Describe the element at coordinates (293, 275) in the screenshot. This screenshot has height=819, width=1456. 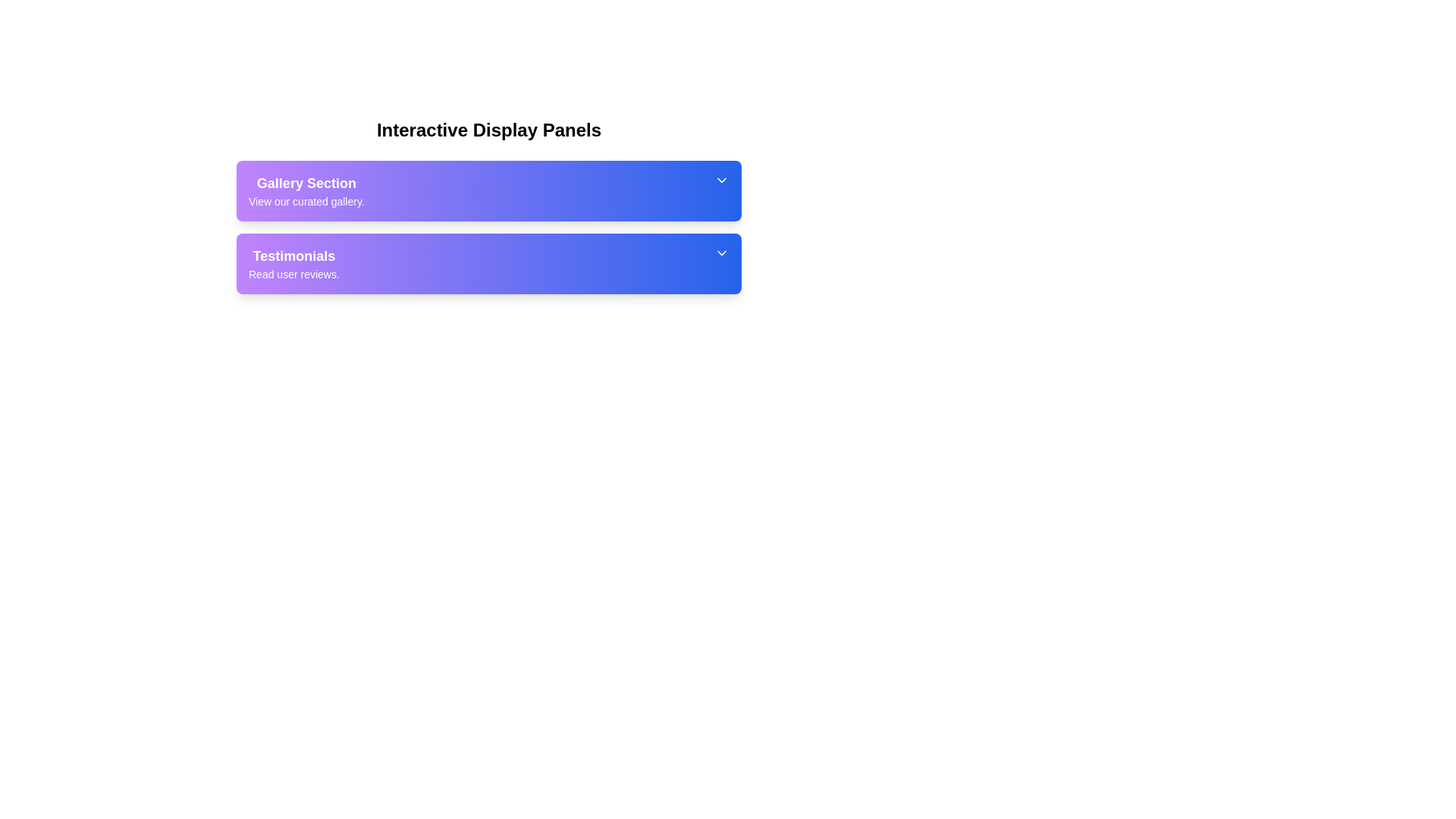
I see `the text label displaying 'Read user reviews.' which is positioned below 'Testimonials' and is styled in a smaller font size on a gradient background panel` at that location.